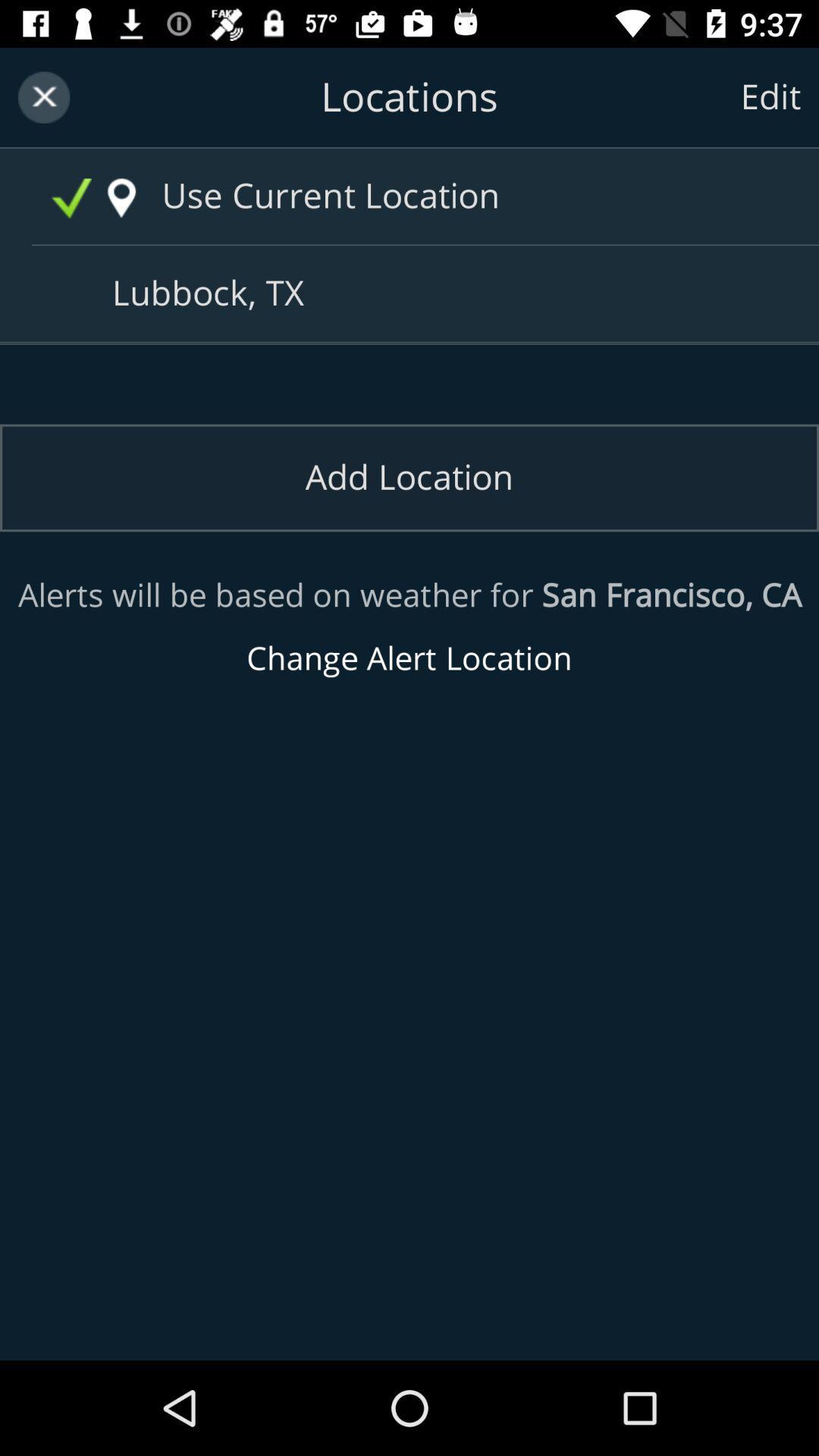 The image size is (819, 1456). Describe the element at coordinates (71, 198) in the screenshot. I see `the green tick just left to the location icon` at that location.